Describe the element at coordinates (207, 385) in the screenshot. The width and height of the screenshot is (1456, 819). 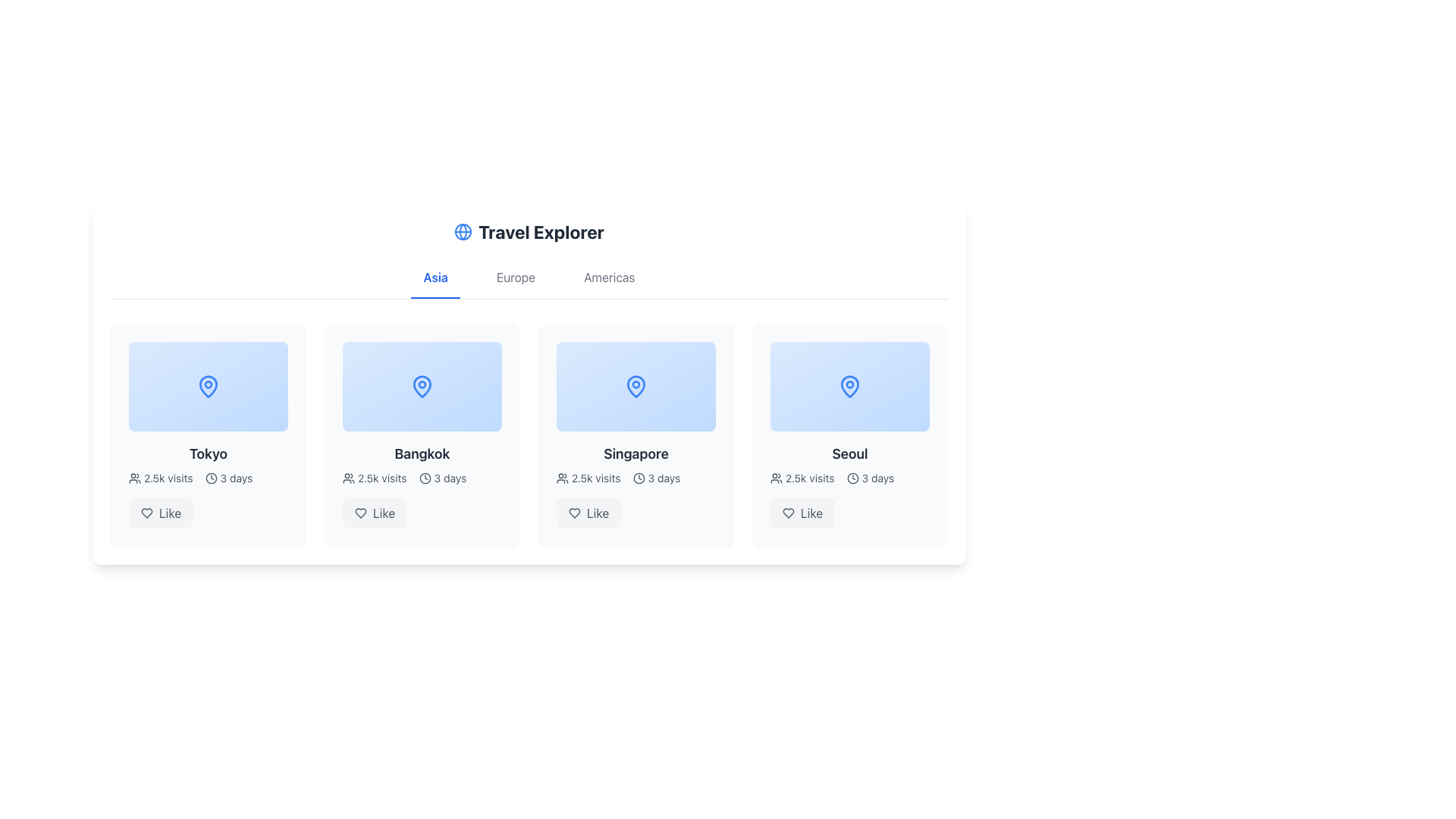
I see `the graphical location marker icon representing 'Tokyo' in the travel card, which is located in the upper half of the card's blue background area` at that location.